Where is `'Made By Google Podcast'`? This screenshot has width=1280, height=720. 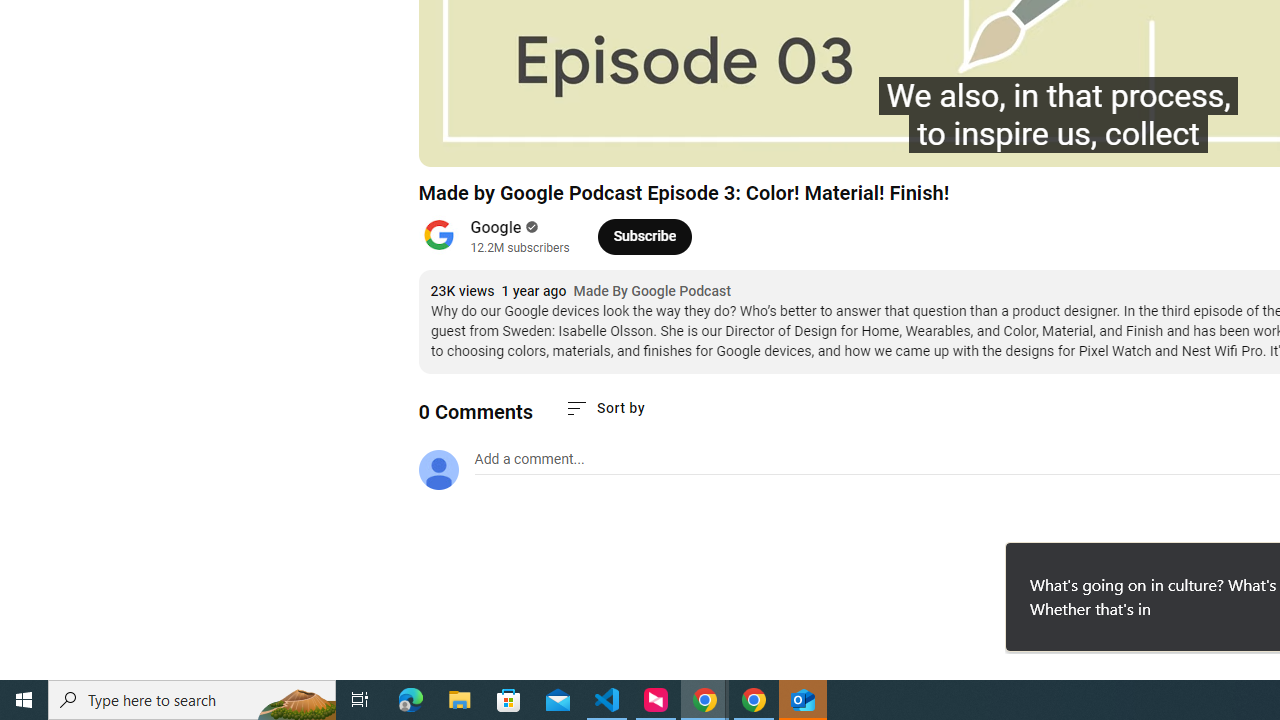
'Made By Google Podcast' is located at coordinates (652, 291).